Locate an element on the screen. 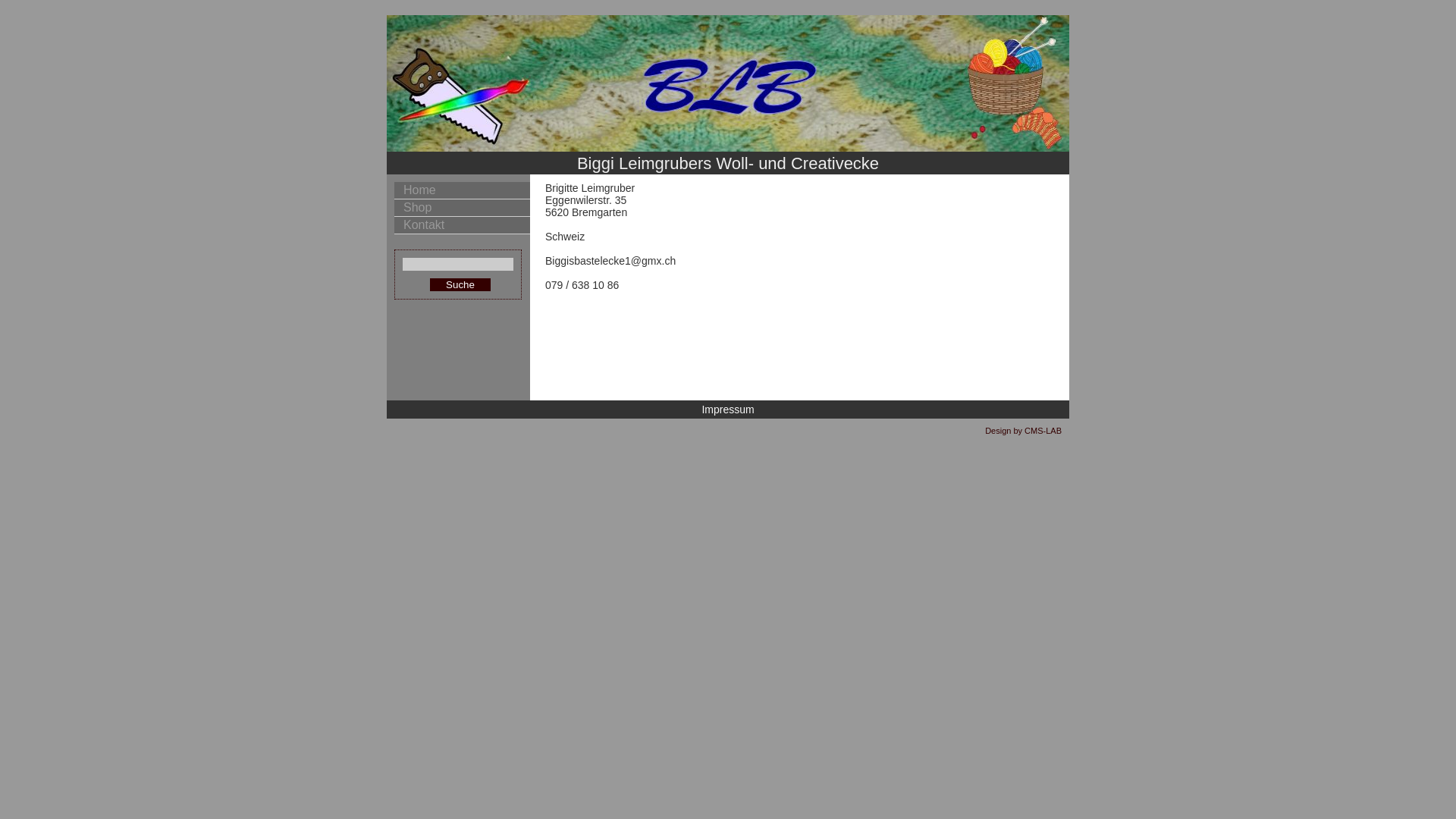 Image resolution: width=1456 pixels, height=819 pixels. 'Design by CMS-LAB' is located at coordinates (985, 430).